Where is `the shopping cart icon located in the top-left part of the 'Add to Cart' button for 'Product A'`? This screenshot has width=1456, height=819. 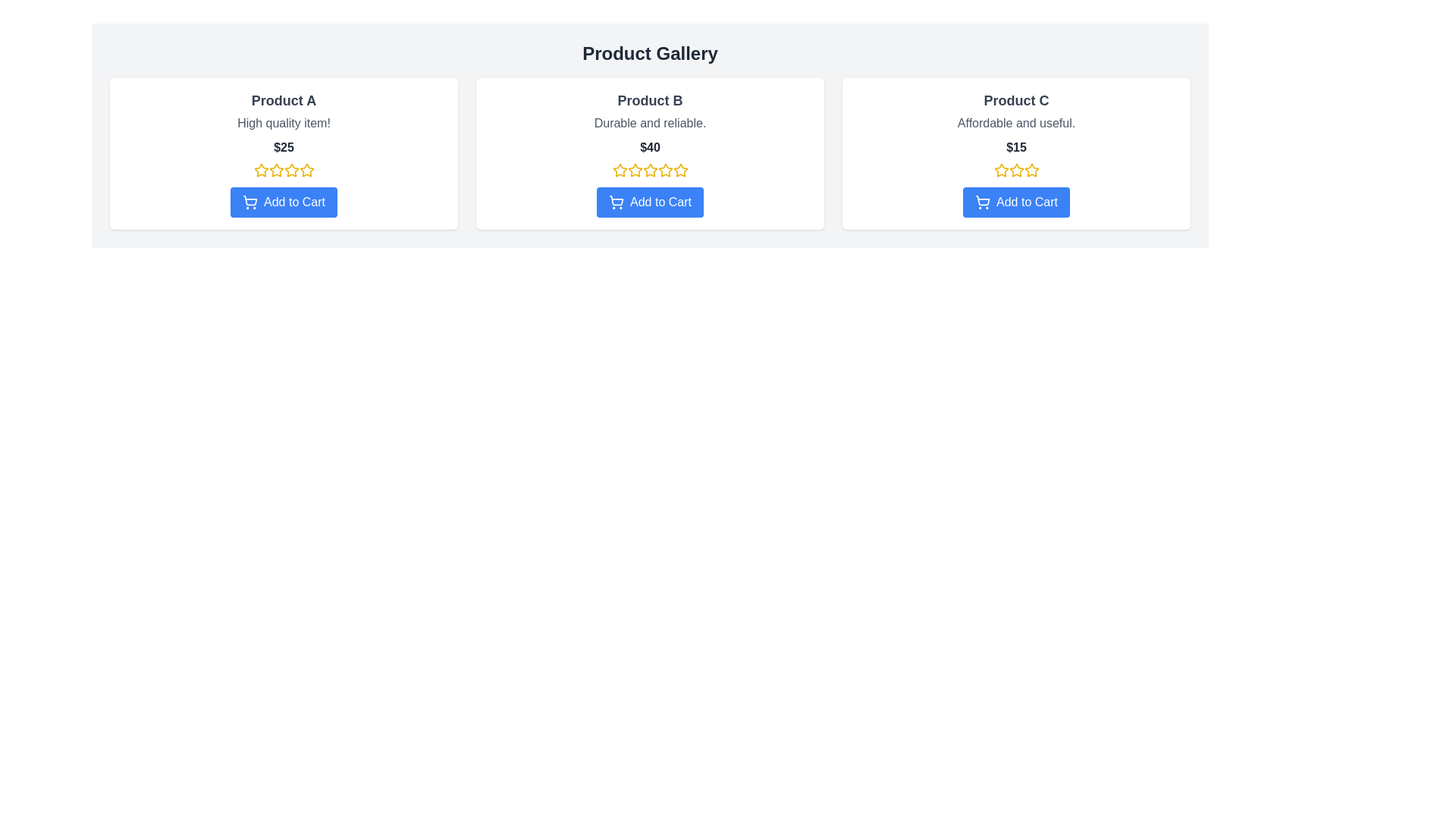
the shopping cart icon located in the top-left part of the 'Add to Cart' button for 'Product A' is located at coordinates (250, 201).